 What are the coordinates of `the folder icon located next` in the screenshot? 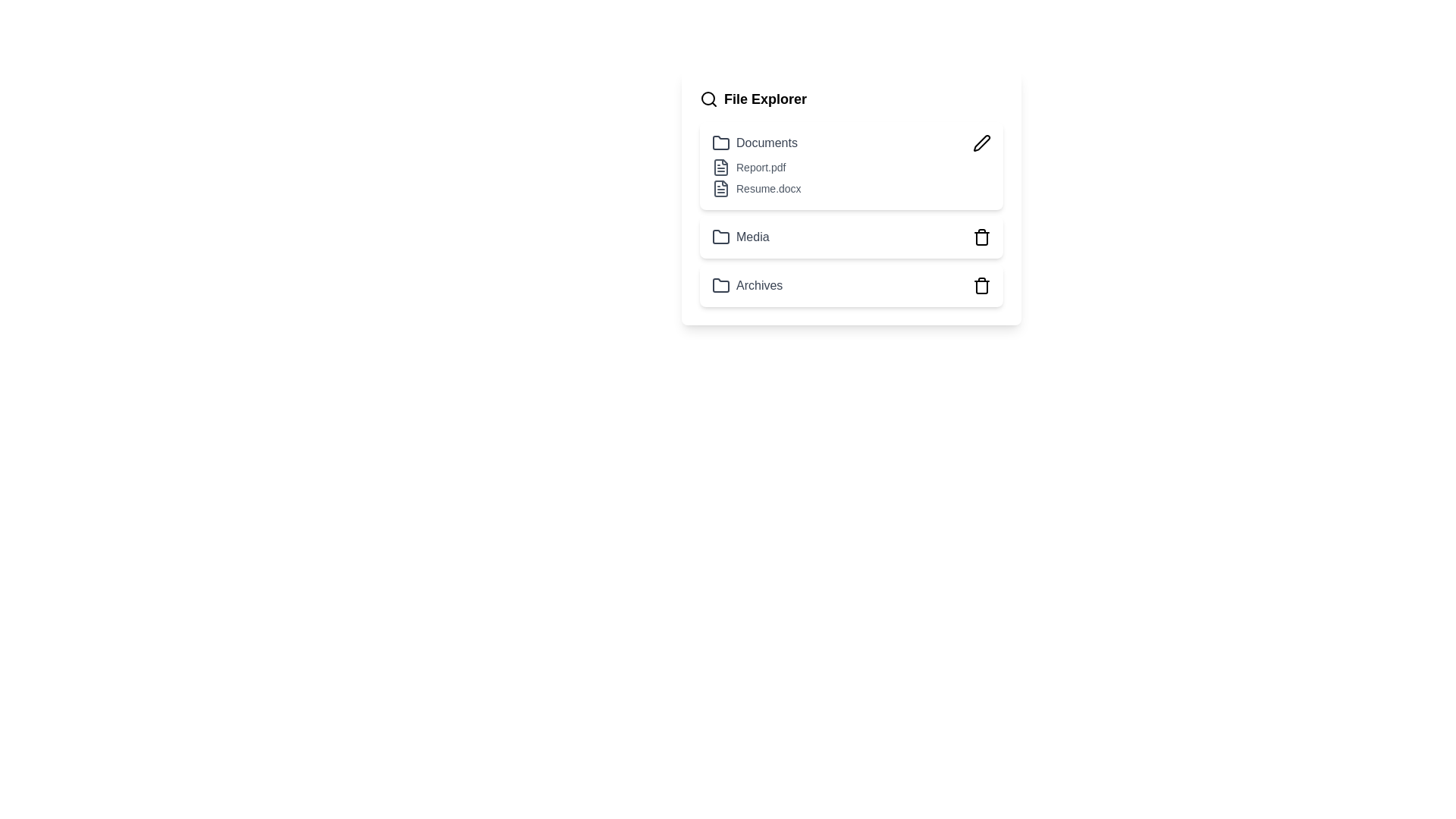 It's located at (720, 237).